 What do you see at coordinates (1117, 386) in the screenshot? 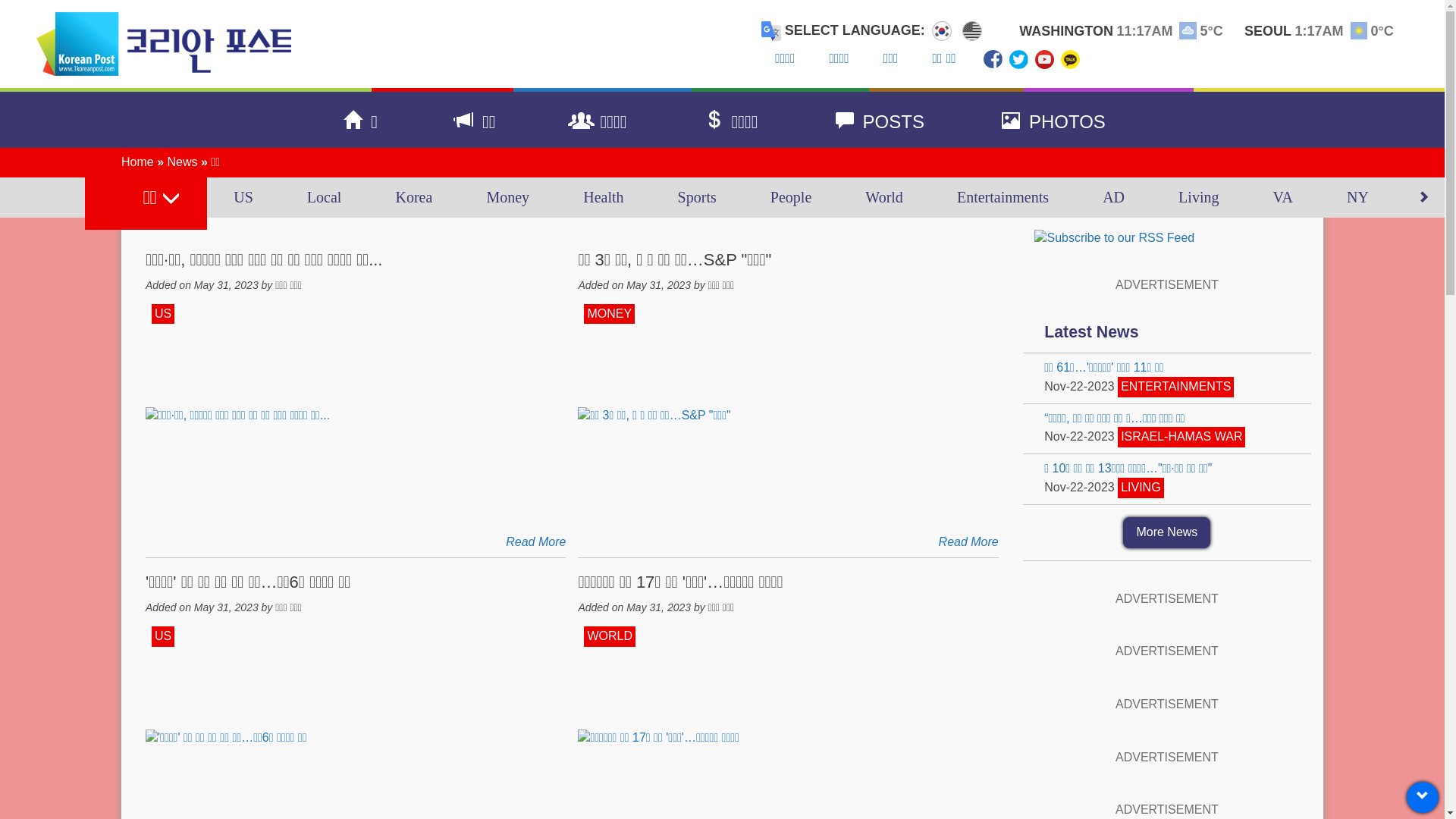
I see `'ENTERTAINMENTS'` at bounding box center [1117, 386].